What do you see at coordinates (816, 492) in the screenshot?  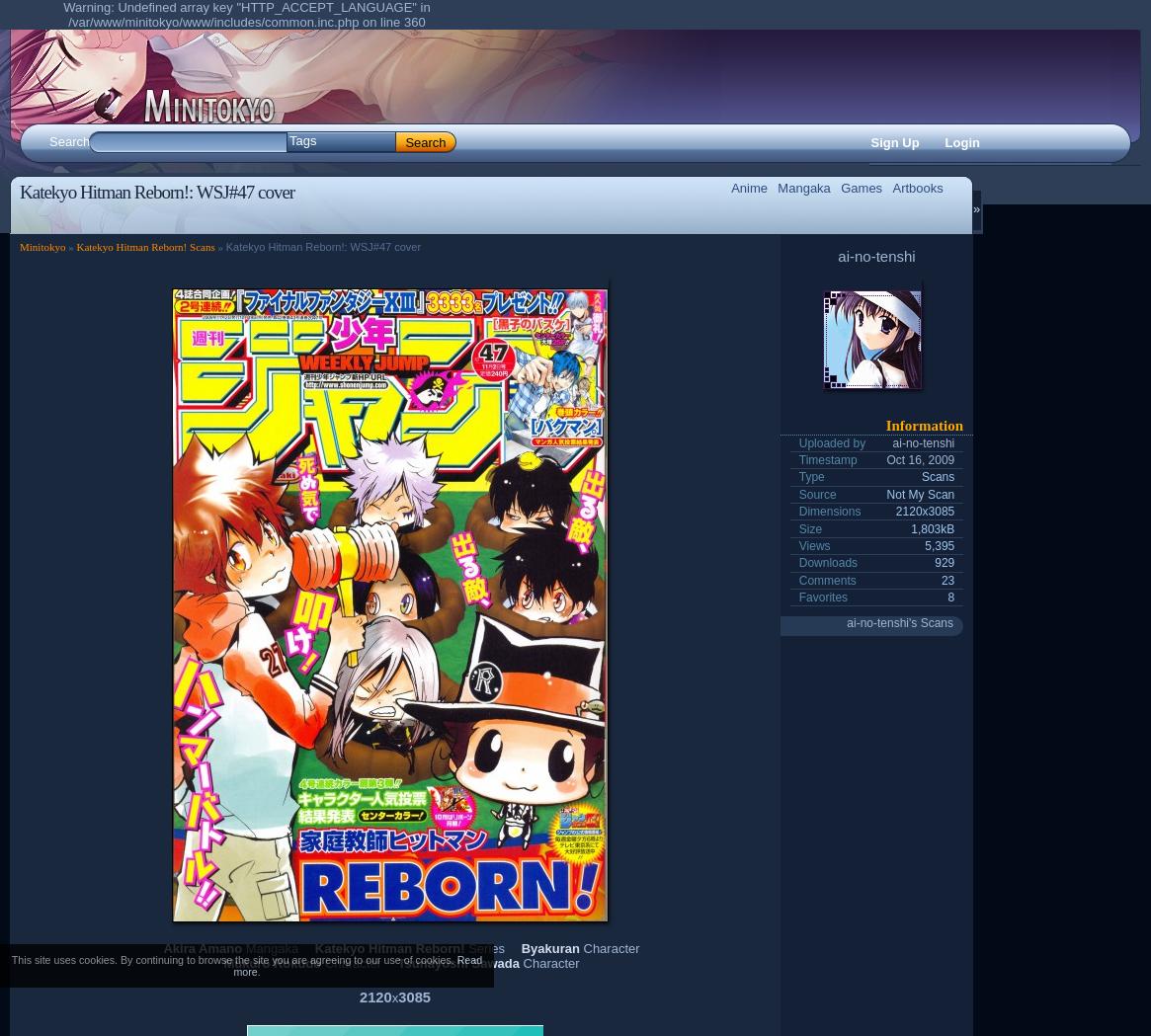 I see `'Source'` at bounding box center [816, 492].